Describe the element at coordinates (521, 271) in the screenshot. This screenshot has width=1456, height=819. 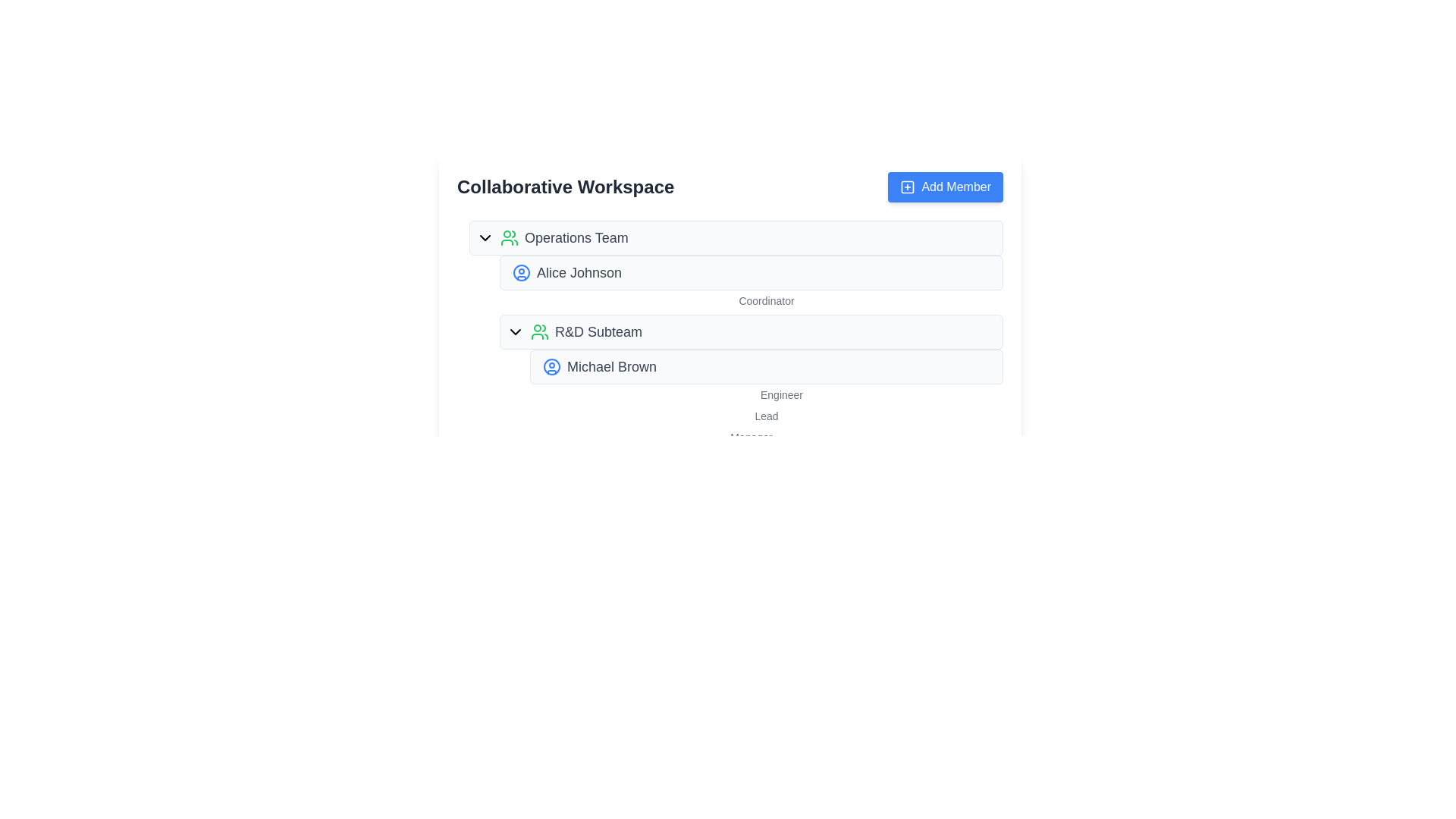
I see `the user profile icon located to the left of the text 'Alice Johnson' to identify the user it represents` at that location.